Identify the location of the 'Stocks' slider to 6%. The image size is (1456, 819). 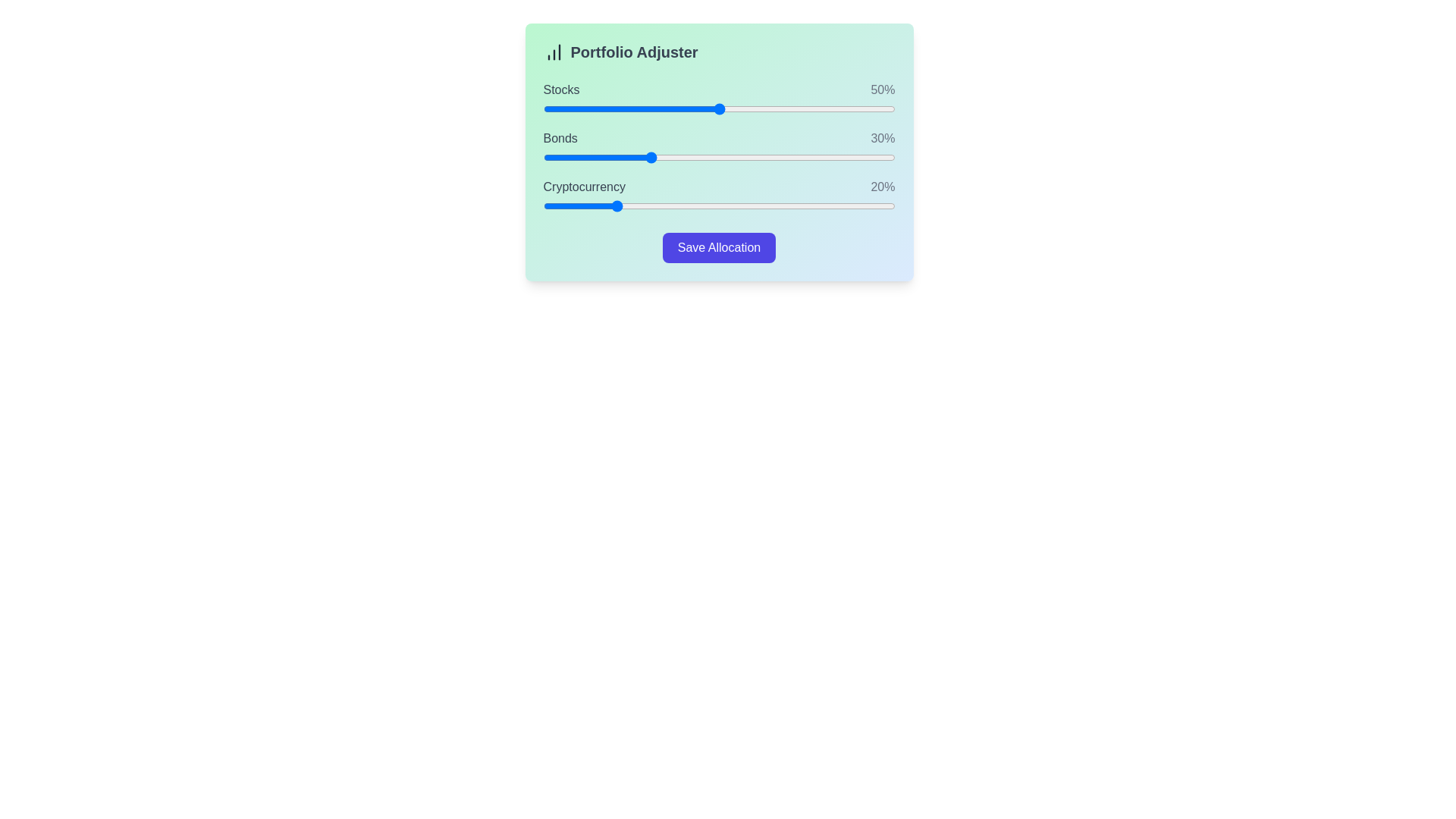
(563, 108).